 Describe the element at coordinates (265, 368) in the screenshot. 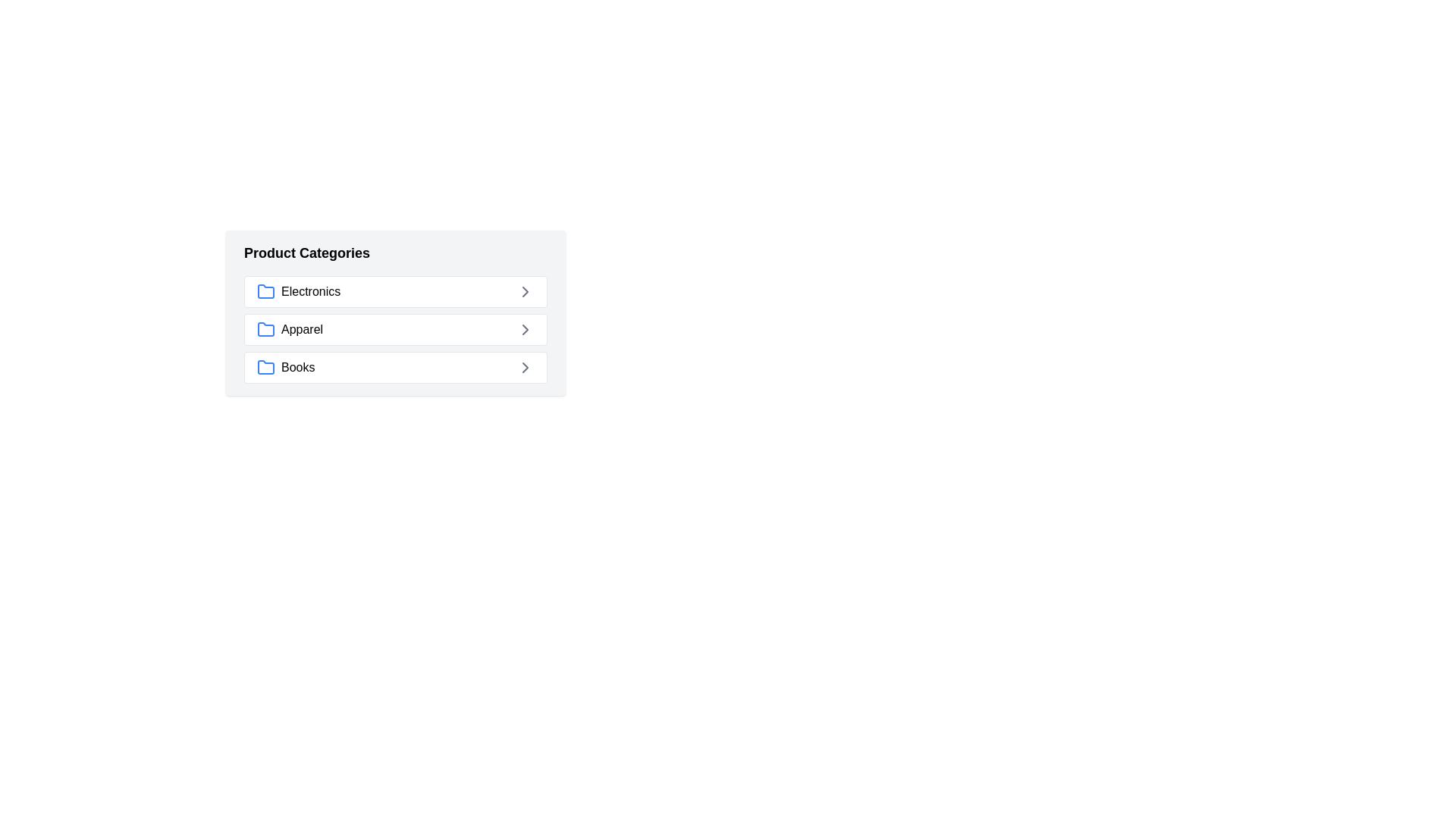

I see `the 'Books' category icon located in the third position of the 'Product Categories' list, which visually represents a folder` at that location.